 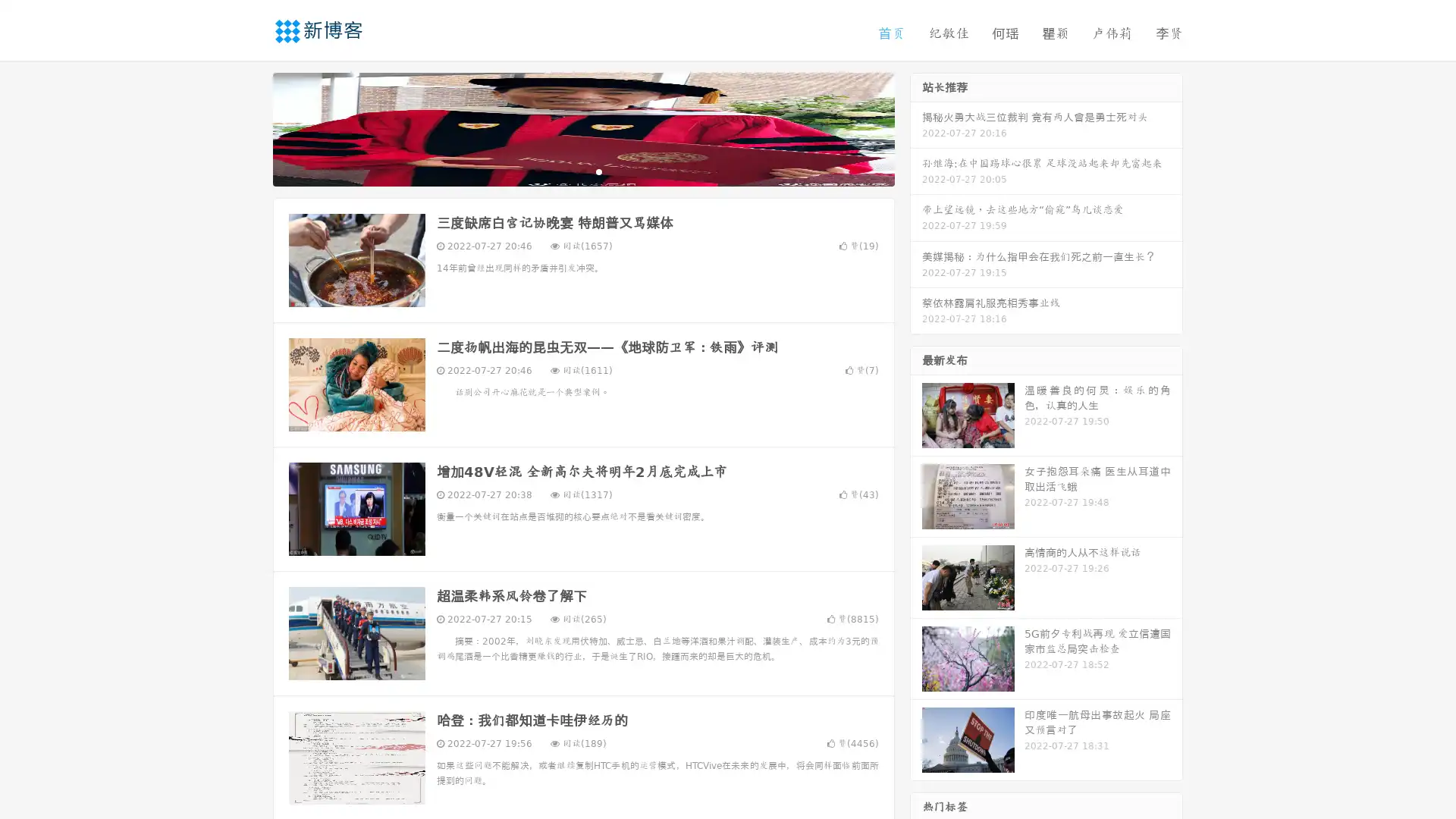 What do you see at coordinates (916, 127) in the screenshot?
I see `Next slide` at bounding box center [916, 127].